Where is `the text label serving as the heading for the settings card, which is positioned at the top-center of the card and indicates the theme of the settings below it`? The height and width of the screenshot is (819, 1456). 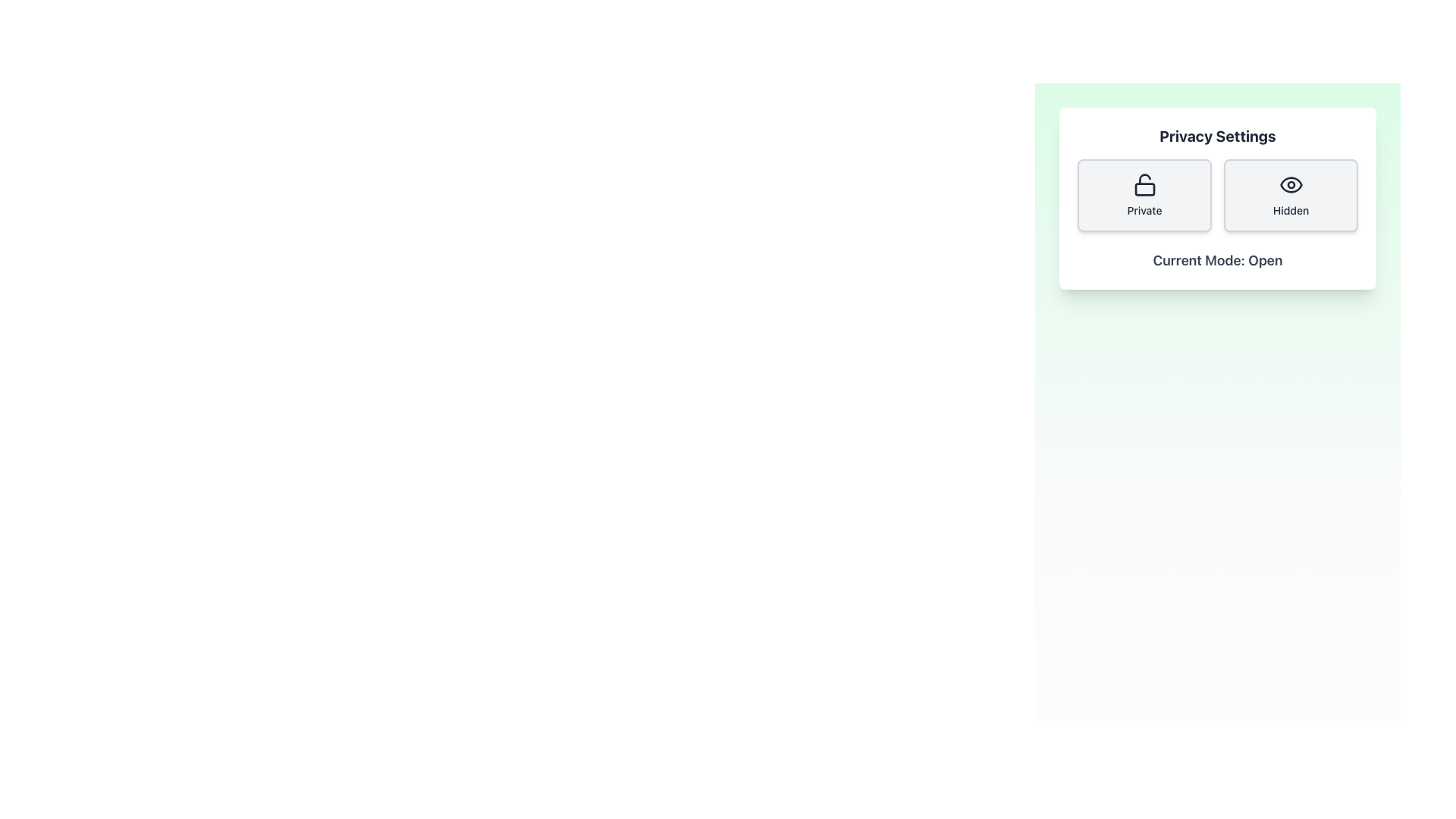 the text label serving as the heading for the settings card, which is positioned at the top-center of the card and indicates the theme of the settings below it is located at coordinates (1218, 136).